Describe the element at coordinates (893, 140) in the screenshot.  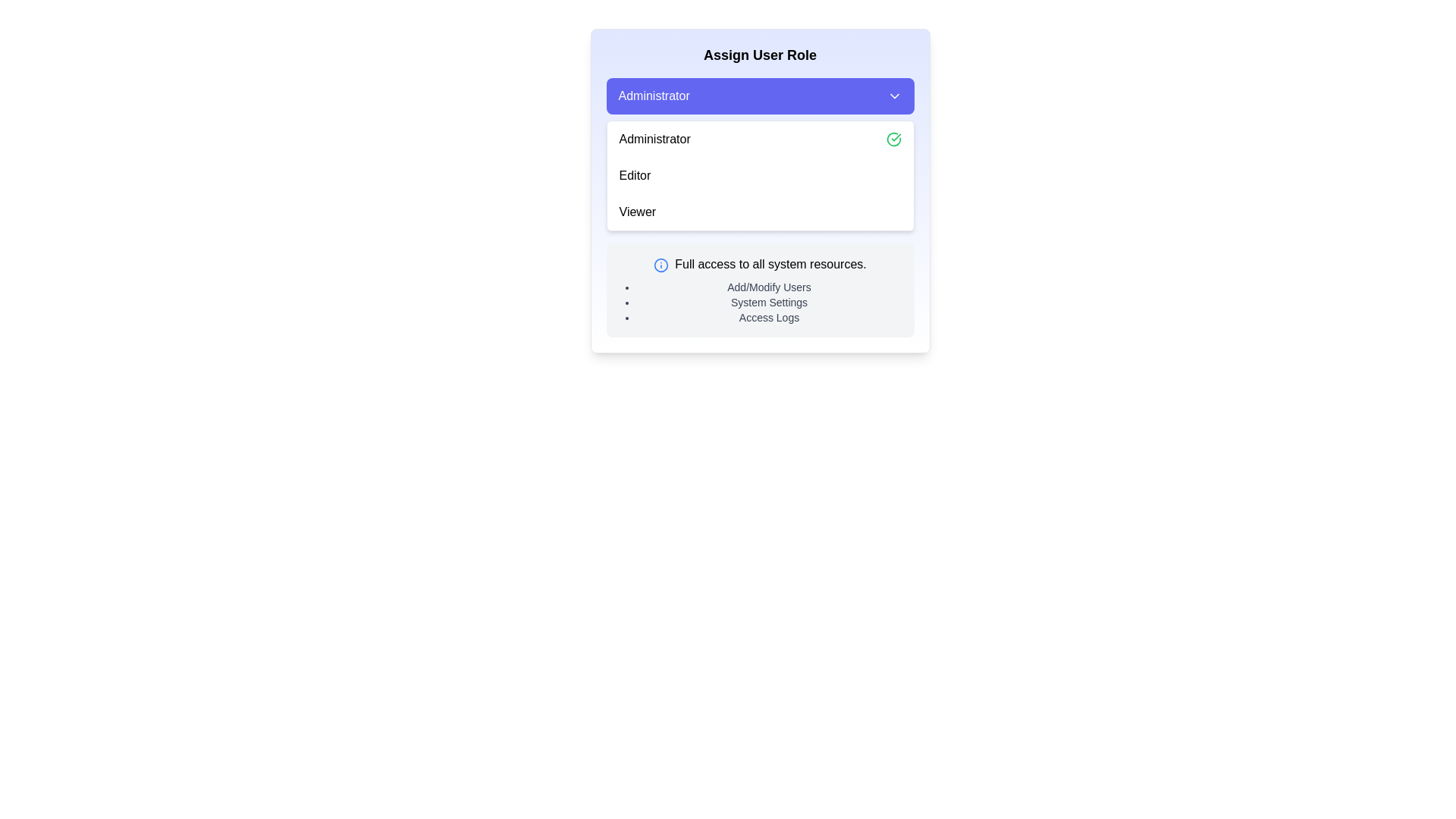
I see `the icon indicating the current selection` at that location.